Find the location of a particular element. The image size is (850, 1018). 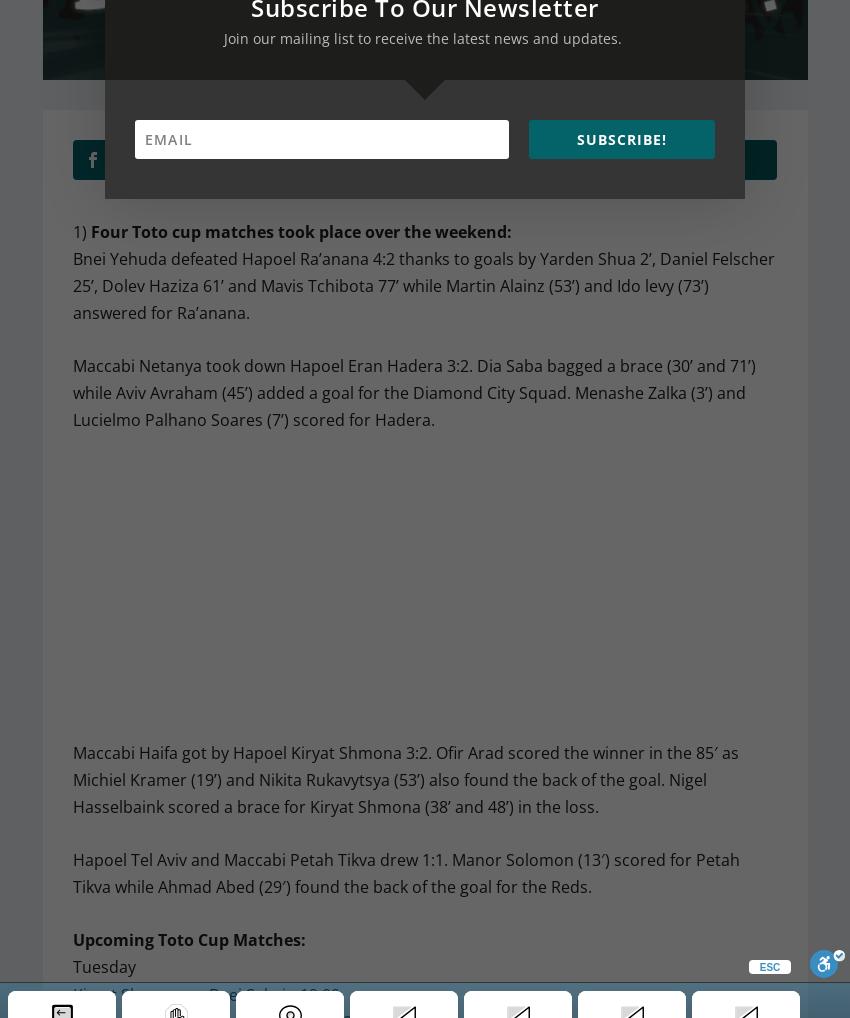

'Upcoming Toto Cup Matches:' is located at coordinates (187, 939).